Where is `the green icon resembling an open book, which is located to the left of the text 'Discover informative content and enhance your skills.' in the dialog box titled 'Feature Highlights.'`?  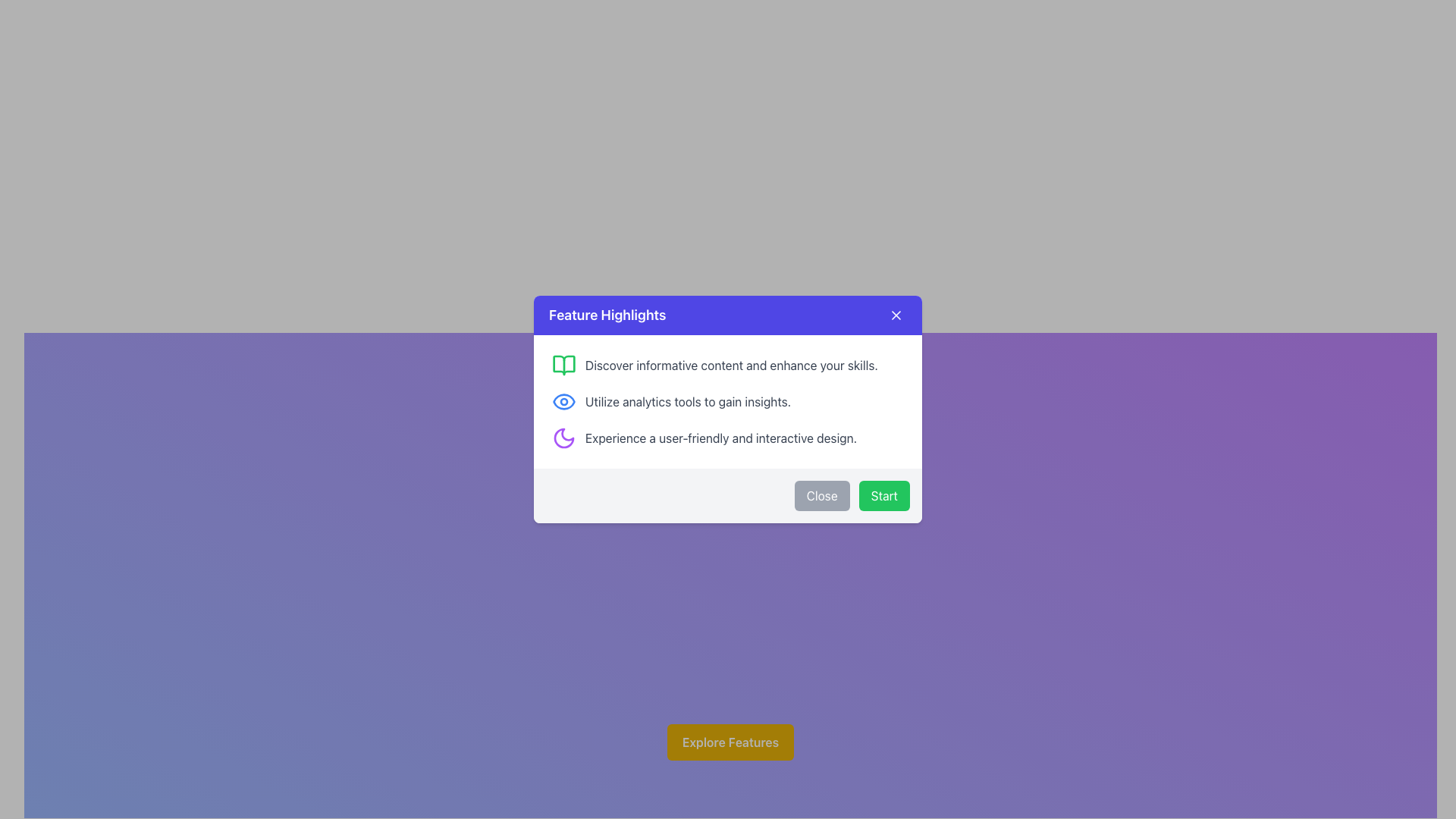
the green icon resembling an open book, which is located to the left of the text 'Discover informative content and enhance your skills.' in the dialog box titled 'Feature Highlights.' is located at coordinates (563, 366).